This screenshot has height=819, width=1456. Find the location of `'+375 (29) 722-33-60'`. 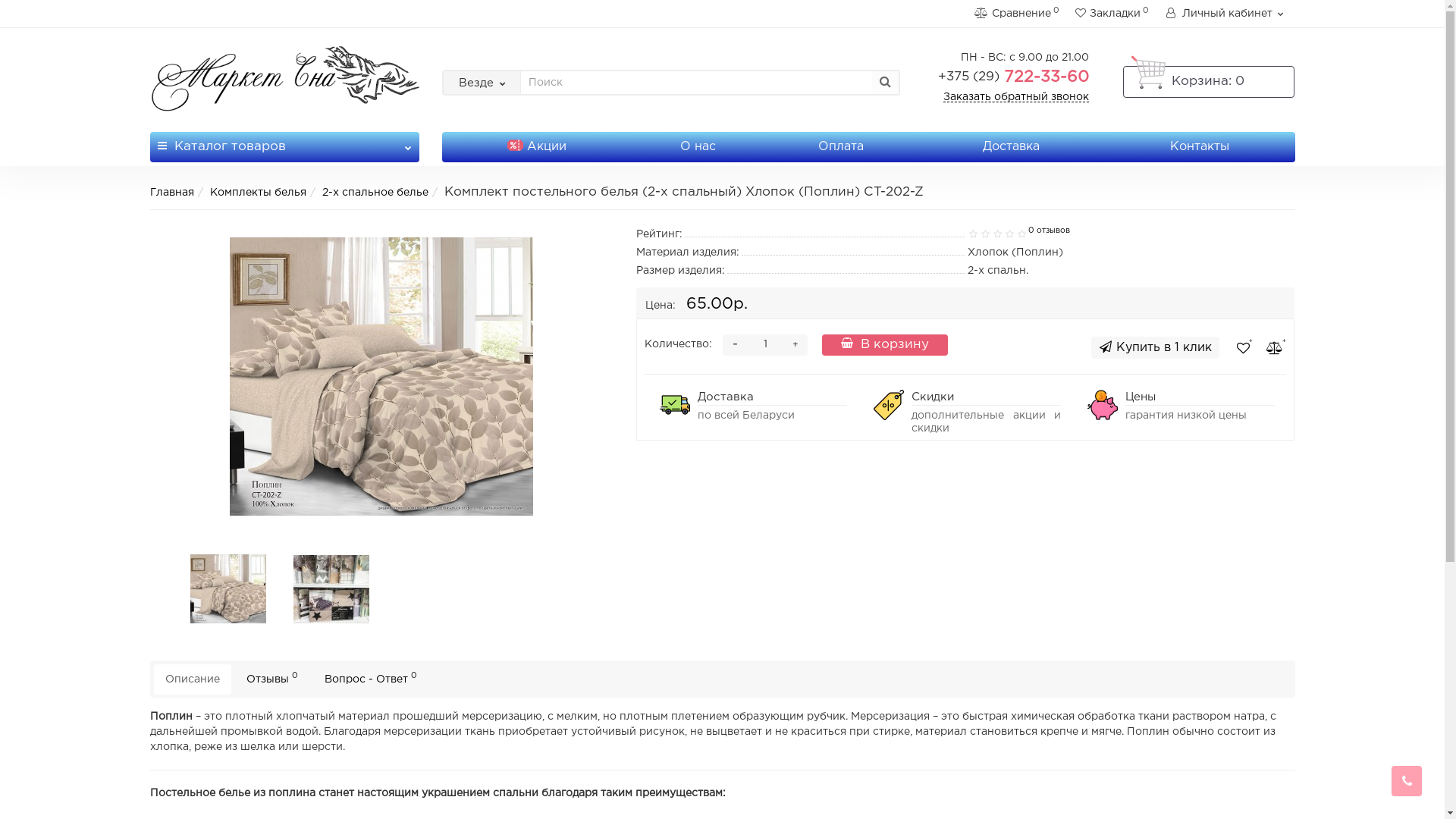

'+375 (29) 722-33-60' is located at coordinates (1013, 77).